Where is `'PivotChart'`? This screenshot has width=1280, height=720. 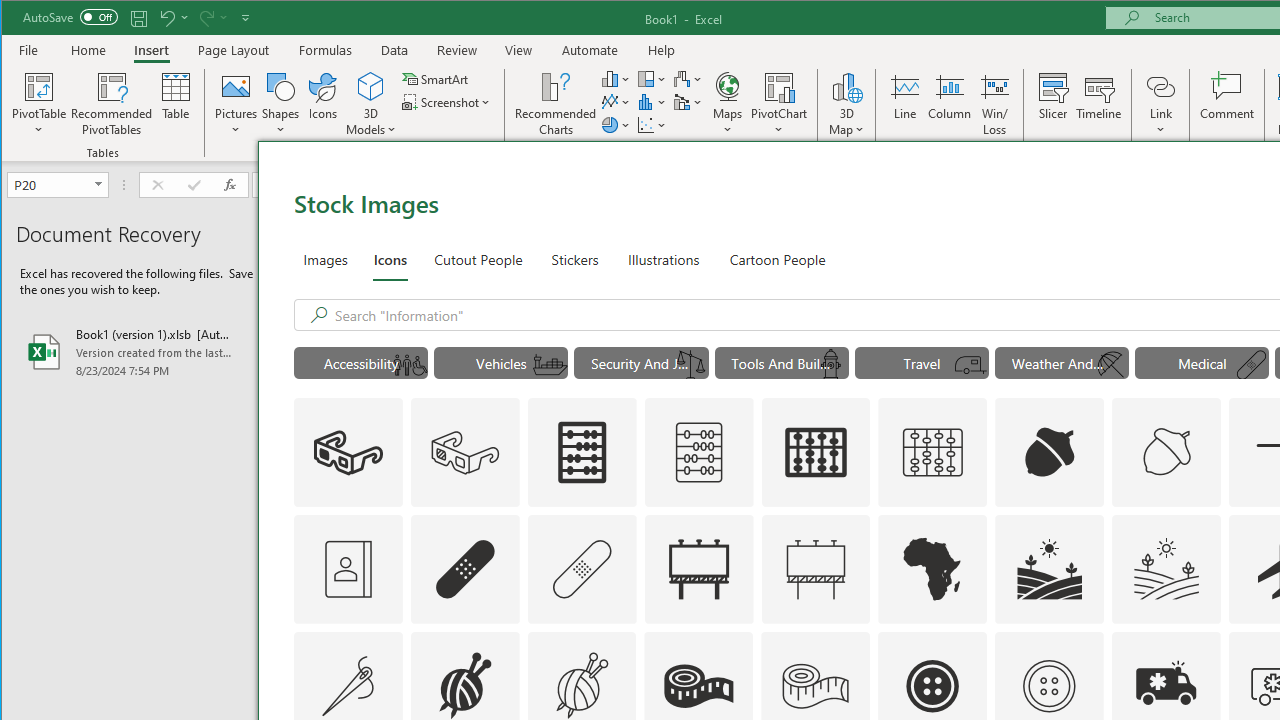
'PivotChart' is located at coordinates (778, 85).